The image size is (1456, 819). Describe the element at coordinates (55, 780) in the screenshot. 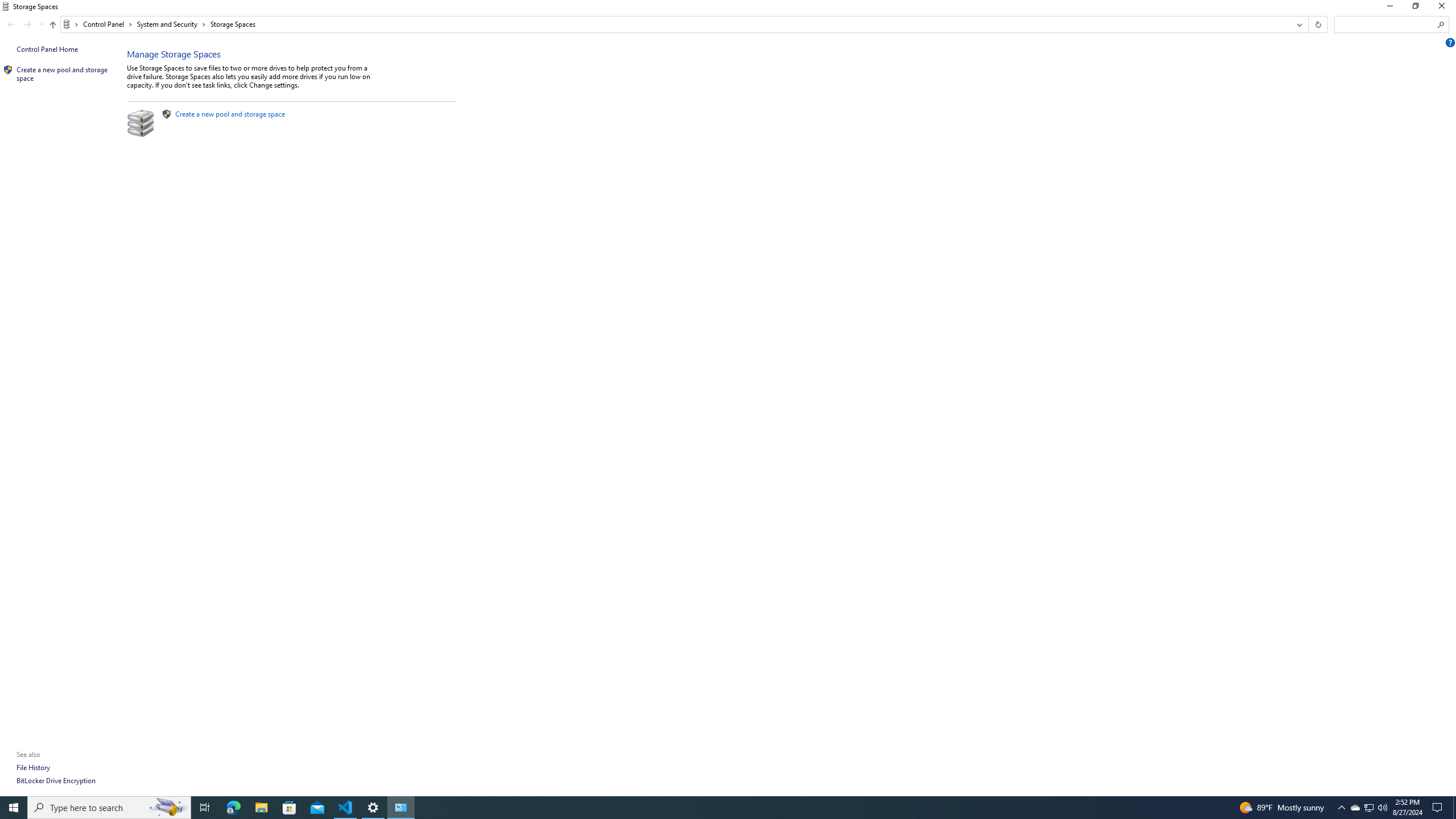

I see `'BitLocker Drive Encryption'` at that location.